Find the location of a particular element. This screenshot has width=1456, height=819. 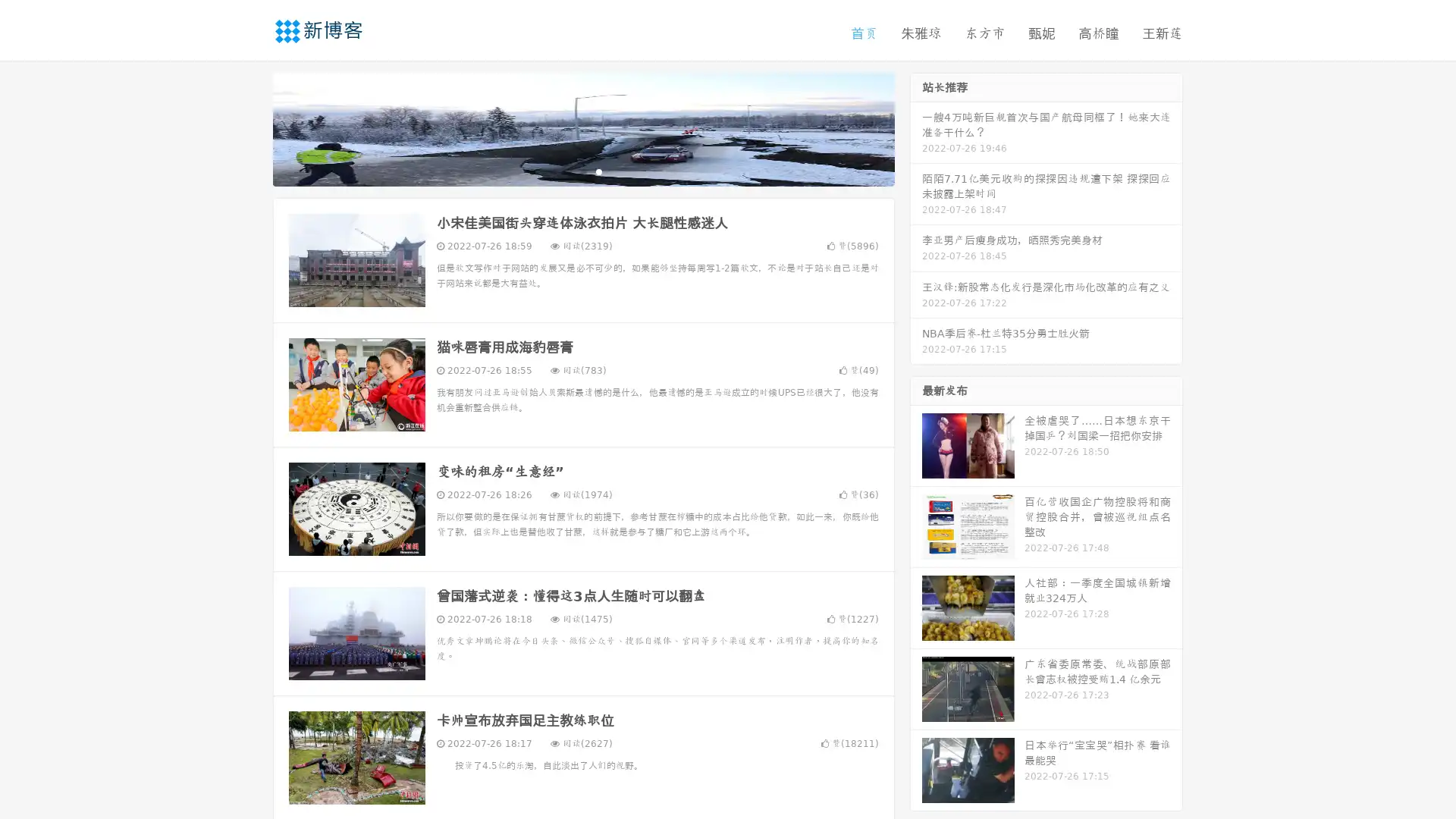

Previous slide is located at coordinates (250, 127).